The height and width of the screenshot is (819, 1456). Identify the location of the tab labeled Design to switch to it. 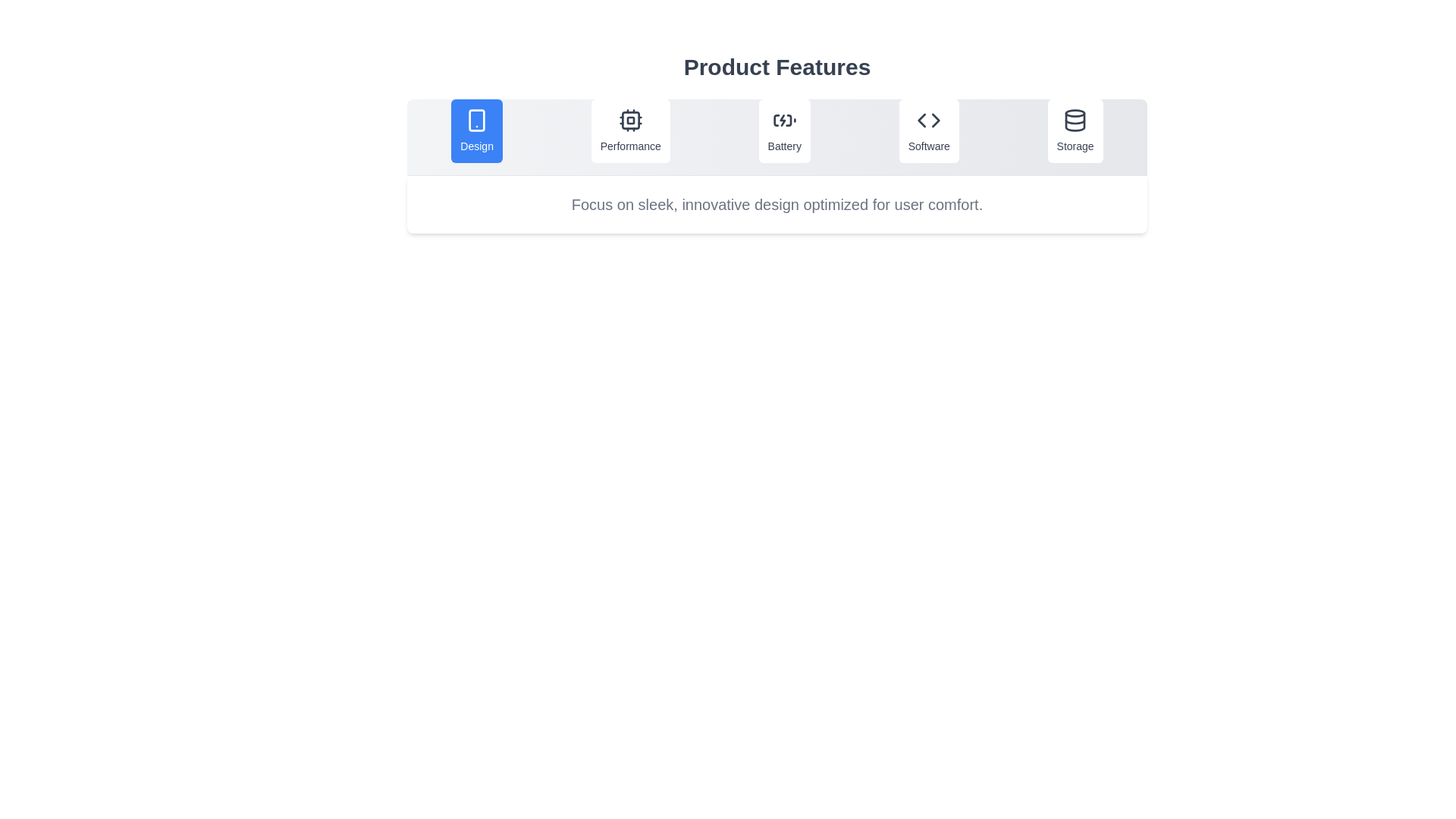
(476, 130).